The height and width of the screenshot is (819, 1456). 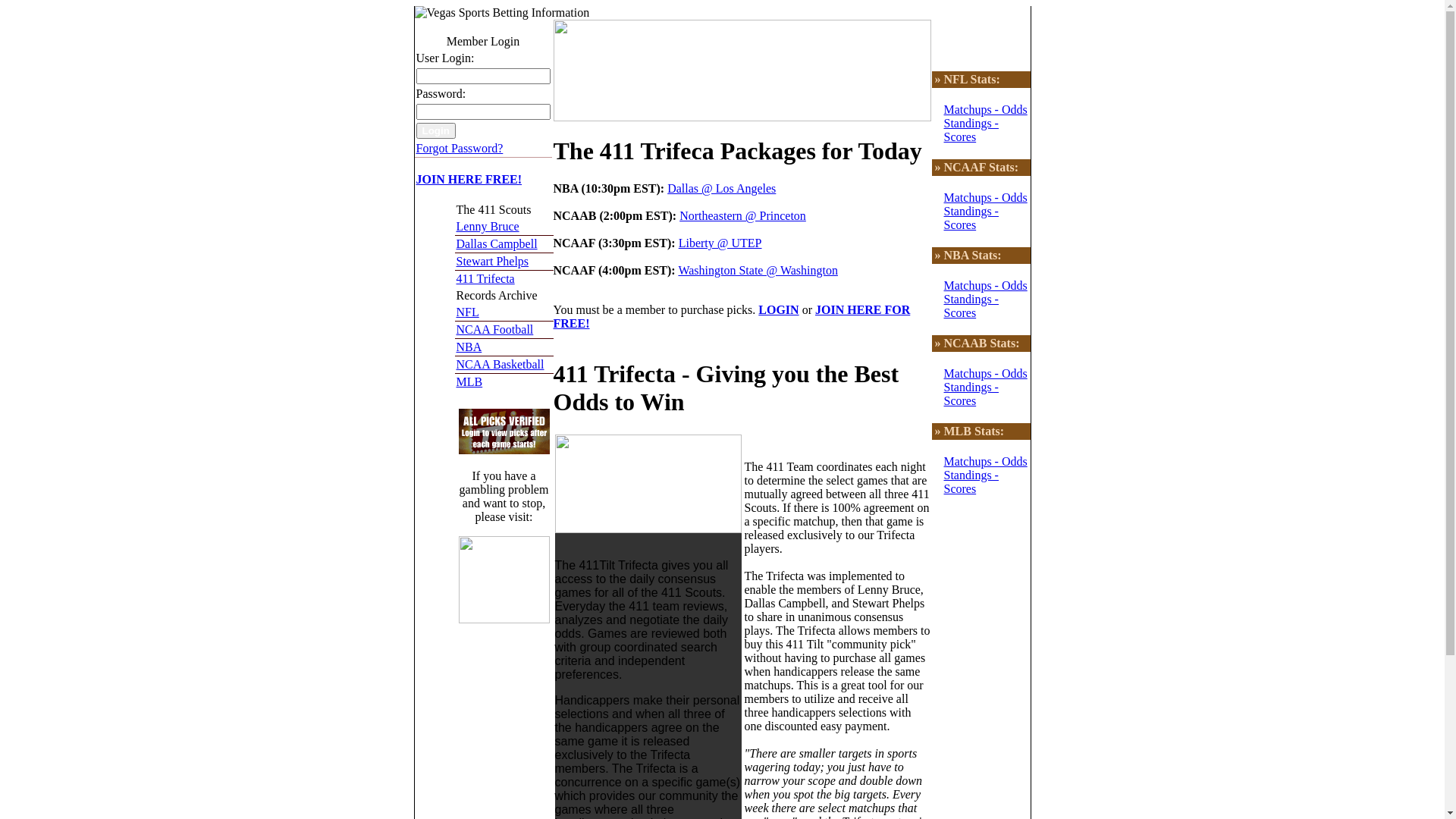 What do you see at coordinates (467, 311) in the screenshot?
I see `'NFL'` at bounding box center [467, 311].